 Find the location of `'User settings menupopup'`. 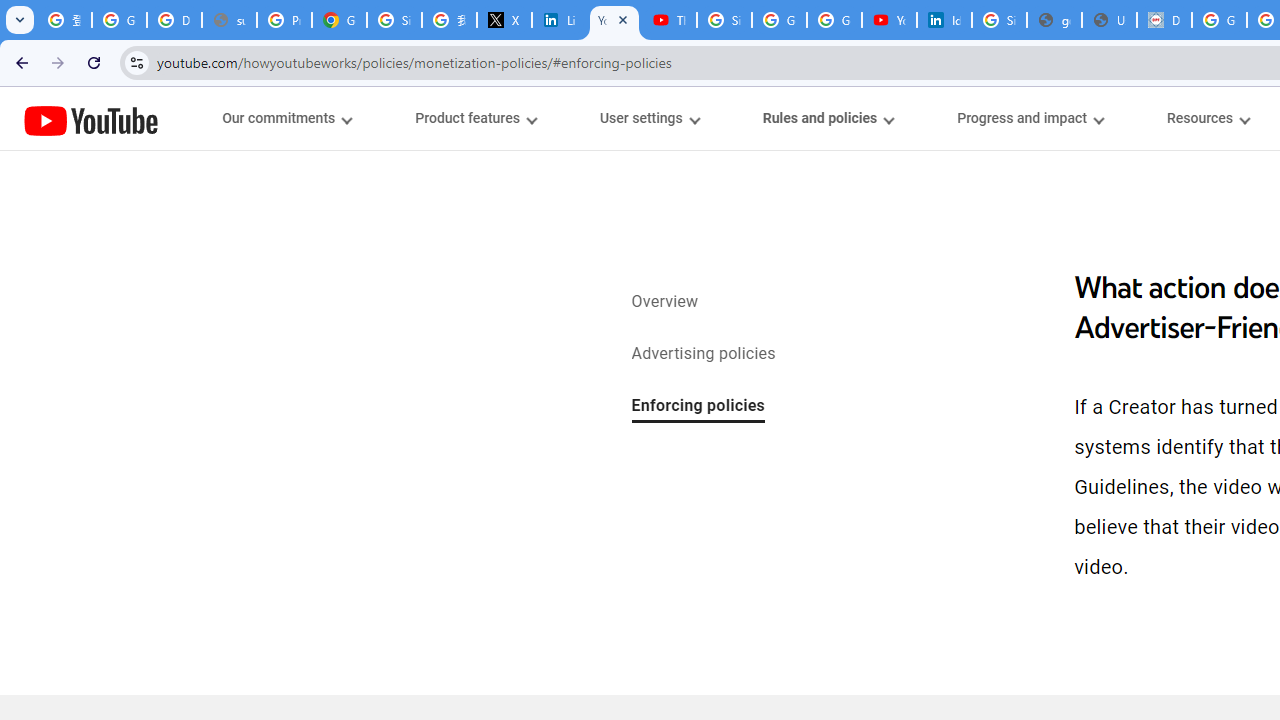

'User settings menupopup' is located at coordinates (648, 118).